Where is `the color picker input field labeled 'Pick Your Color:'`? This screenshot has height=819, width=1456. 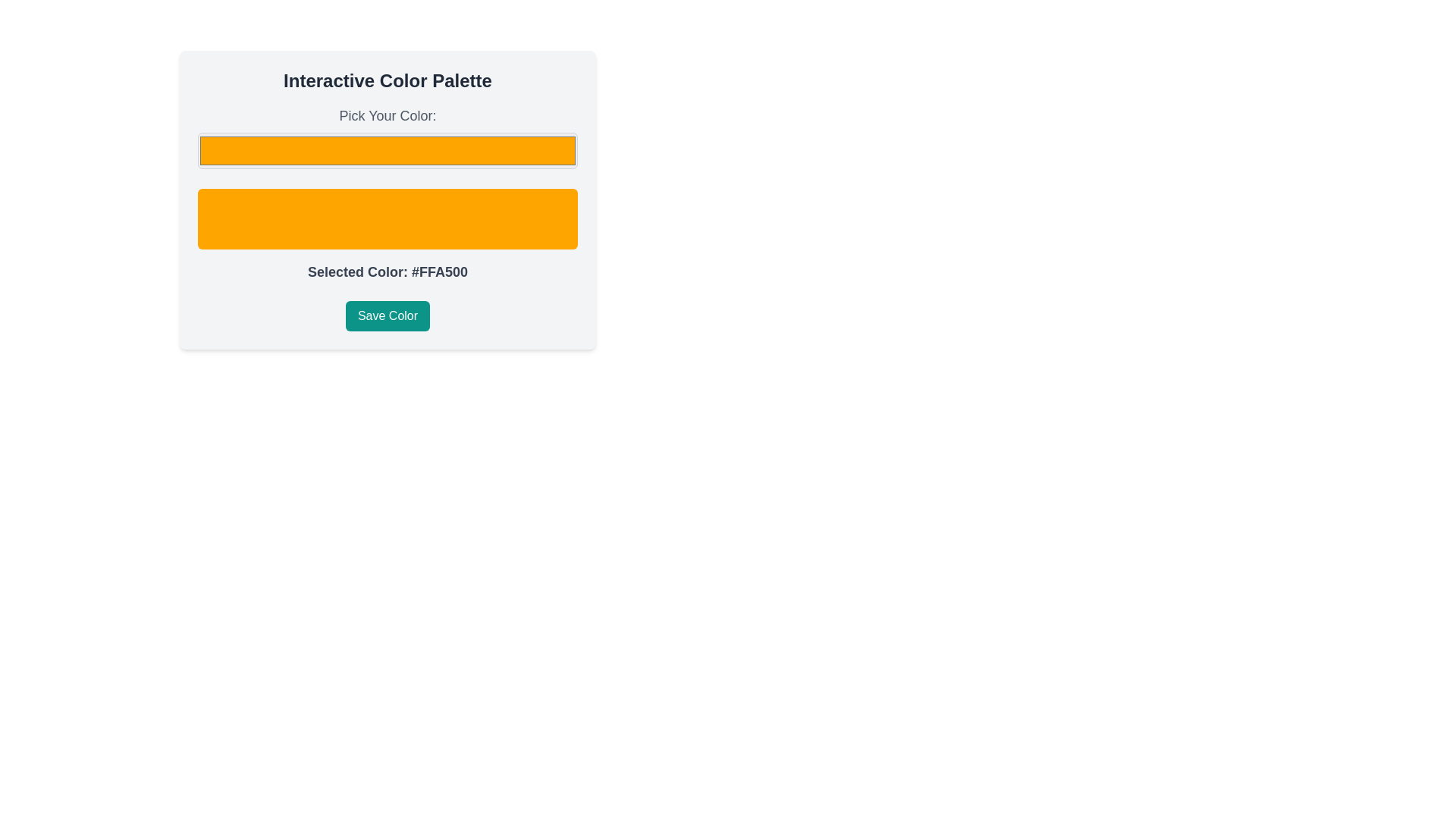 the color picker input field labeled 'Pick Your Color:' is located at coordinates (388, 137).